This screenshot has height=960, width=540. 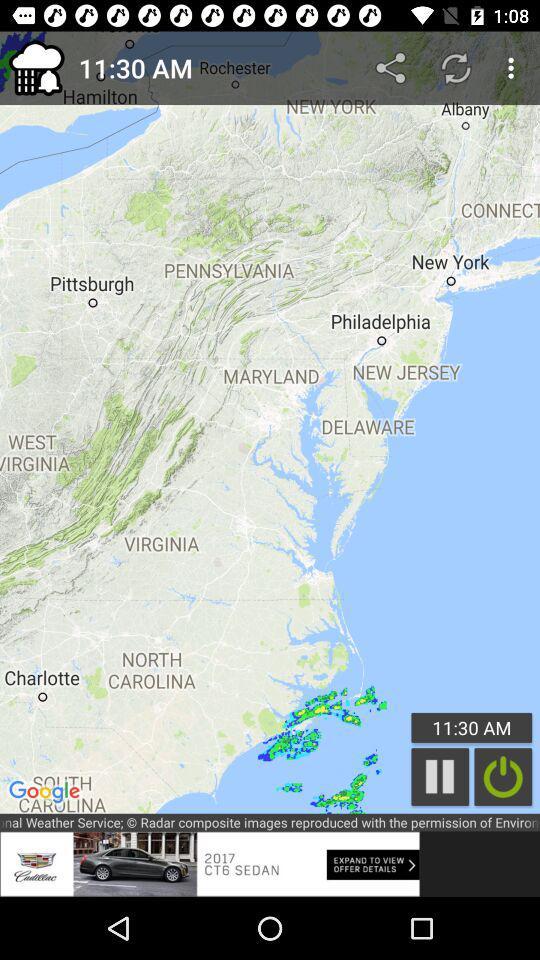 What do you see at coordinates (502, 776) in the screenshot?
I see `rain alarm search botton` at bounding box center [502, 776].